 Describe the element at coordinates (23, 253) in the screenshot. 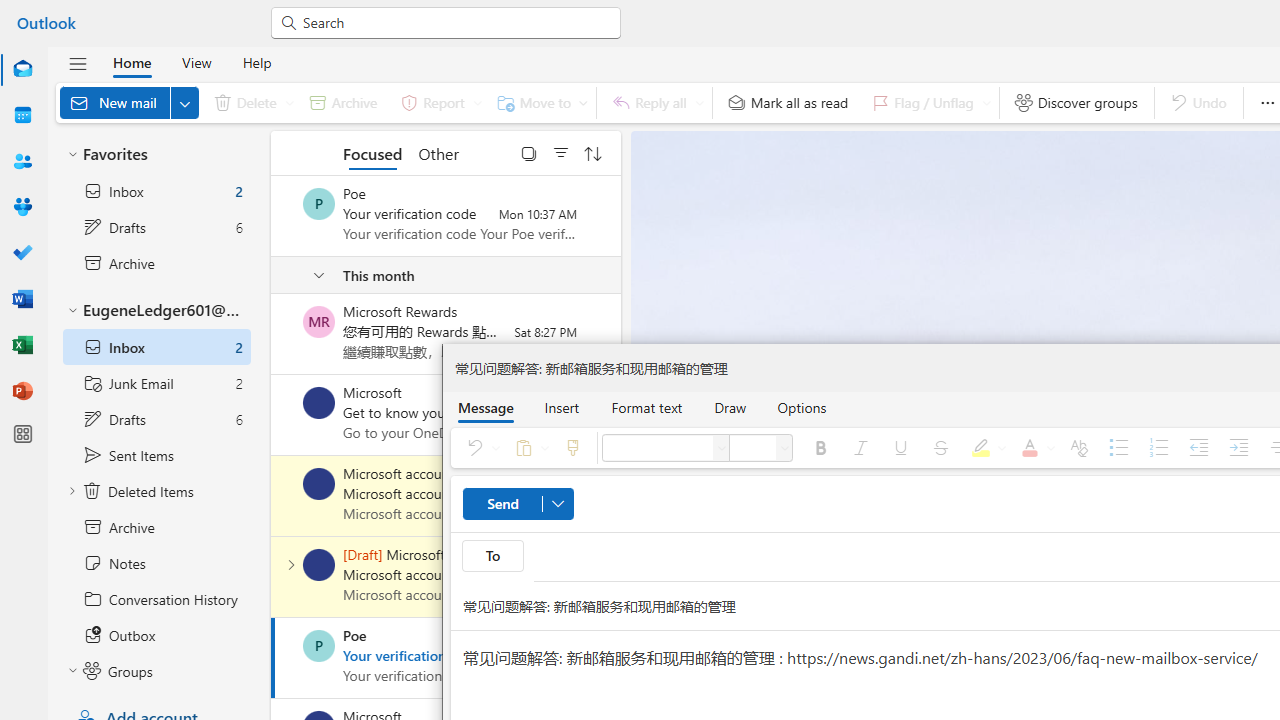

I see `'To Do'` at that location.